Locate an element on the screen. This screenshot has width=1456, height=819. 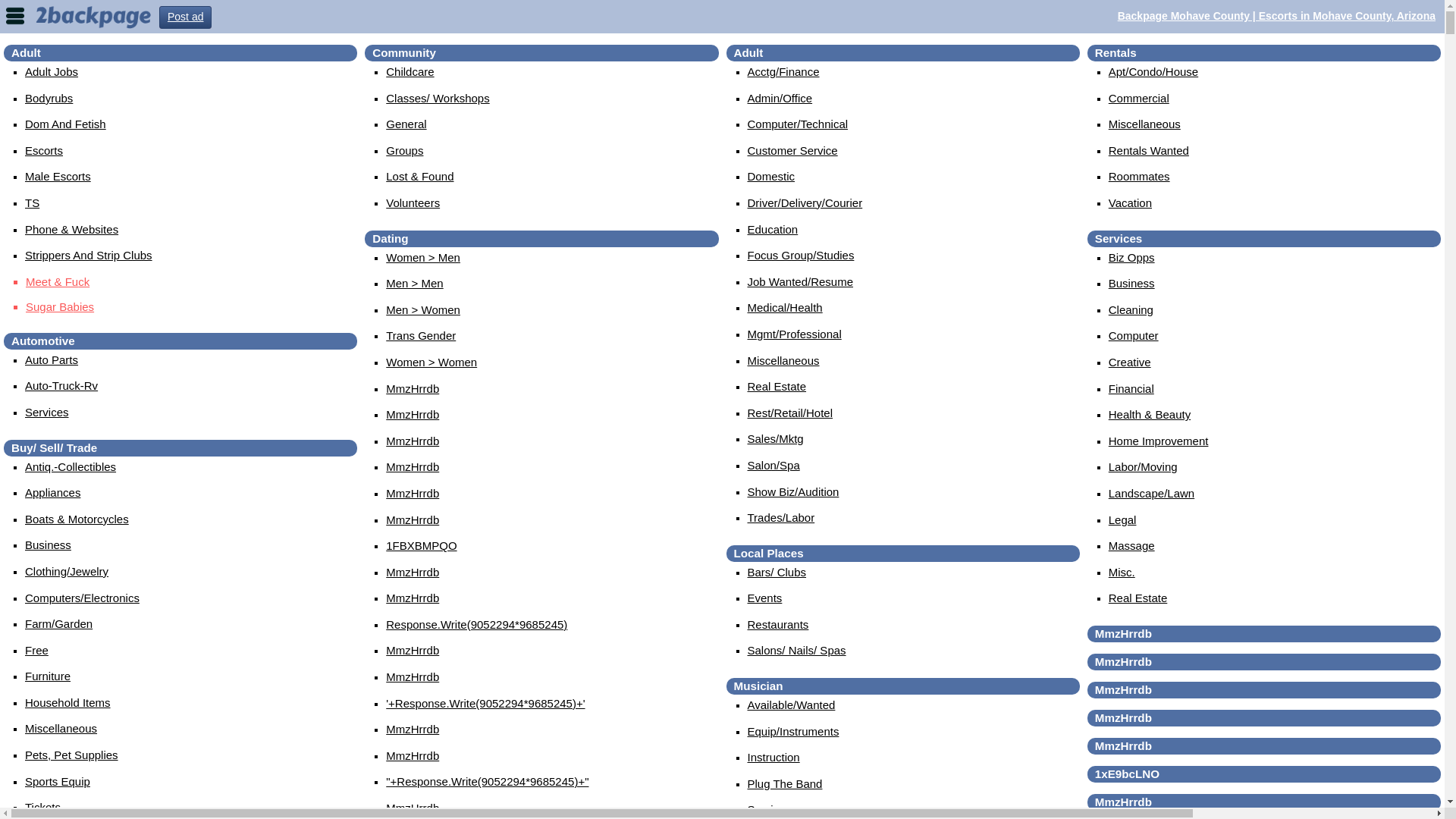
'Classes/ Workshops' is located at coordinates (436, 98).